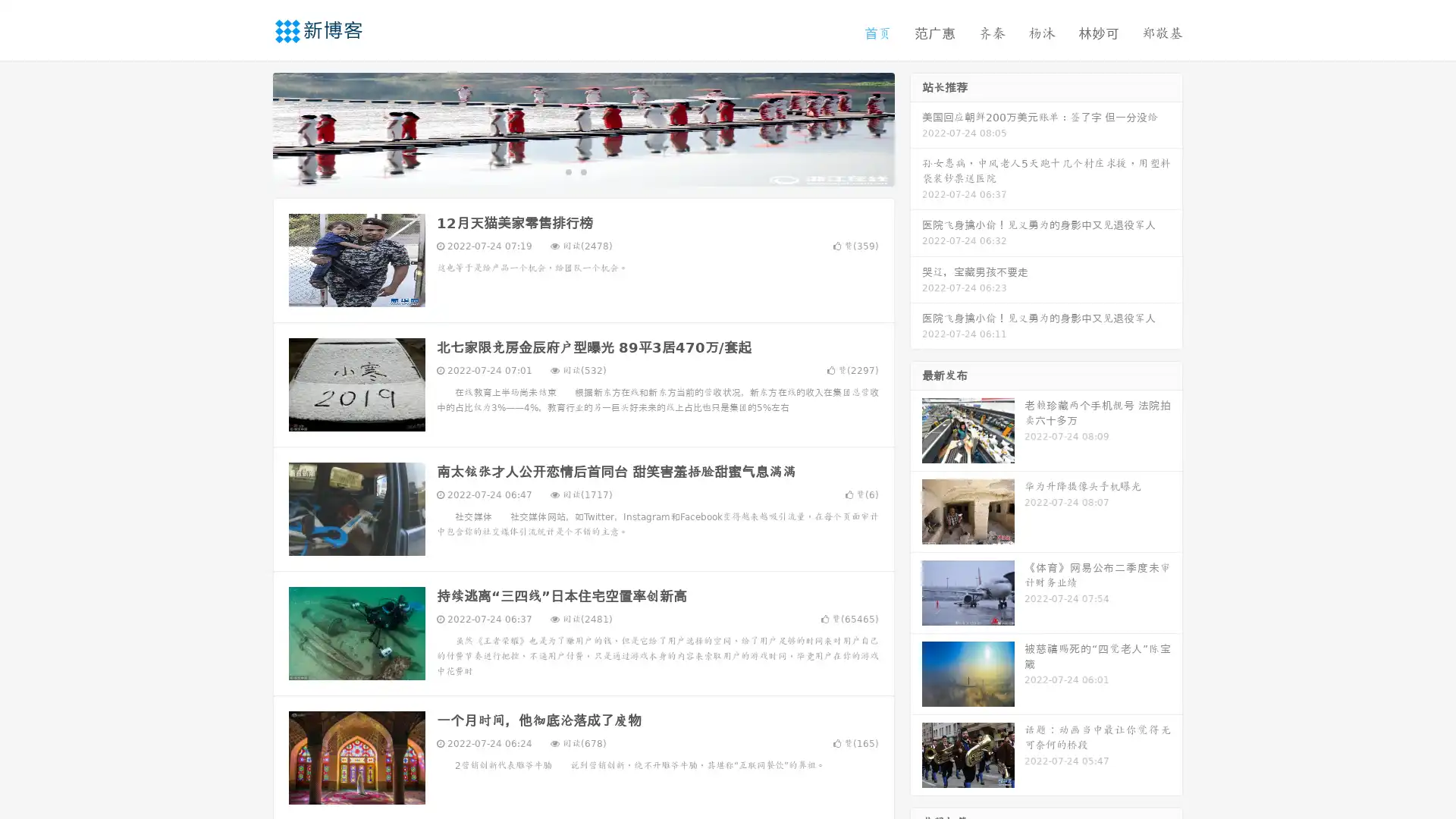 This screenshot has height=819, width=1456. Describe the element at coordinates (916, 127) in the screenshot. I see `Next slide` at that location.